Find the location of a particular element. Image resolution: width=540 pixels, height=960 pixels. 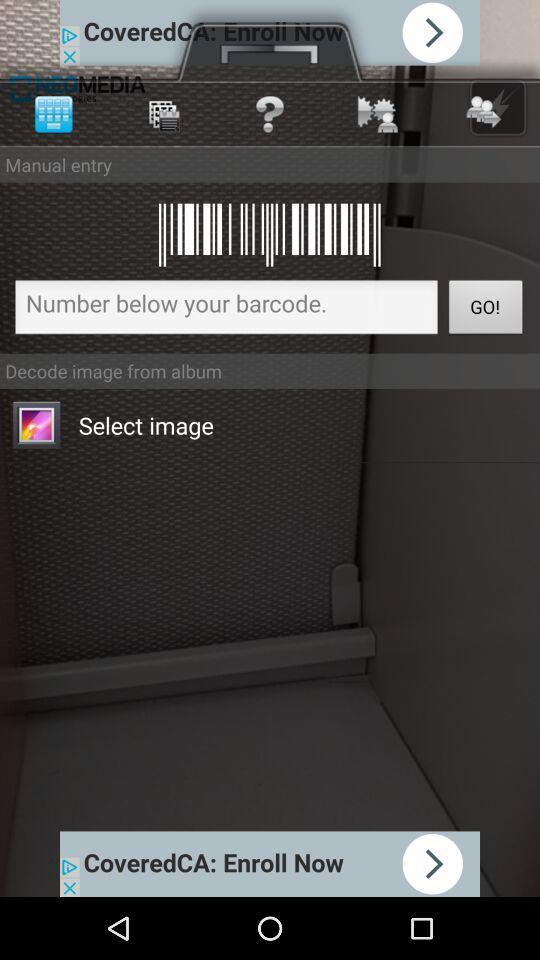

the button which is next to the text field is located at coordinates (485, 310).